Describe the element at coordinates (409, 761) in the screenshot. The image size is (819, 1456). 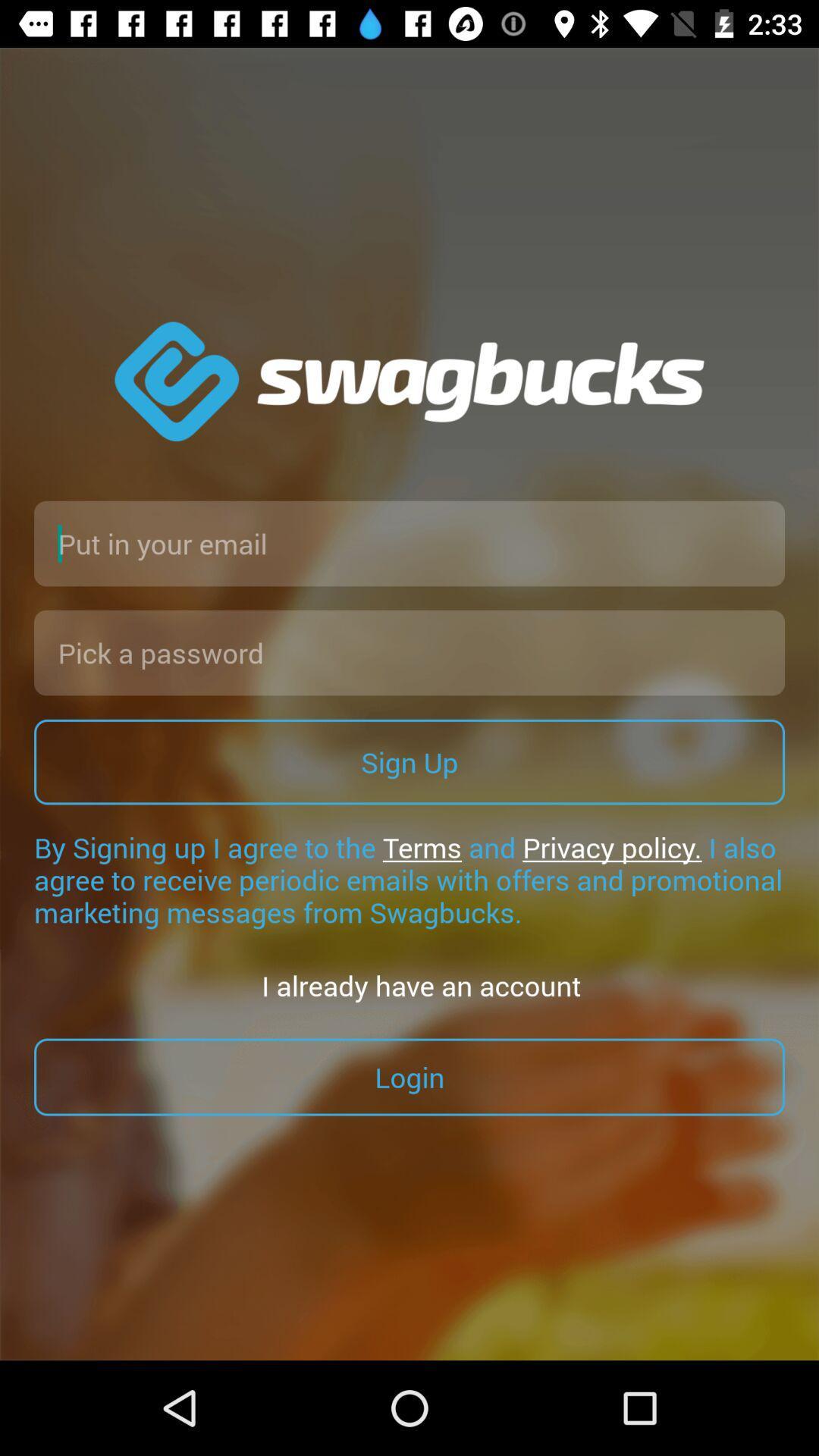
I see `the icon above by signing up item` at that location.